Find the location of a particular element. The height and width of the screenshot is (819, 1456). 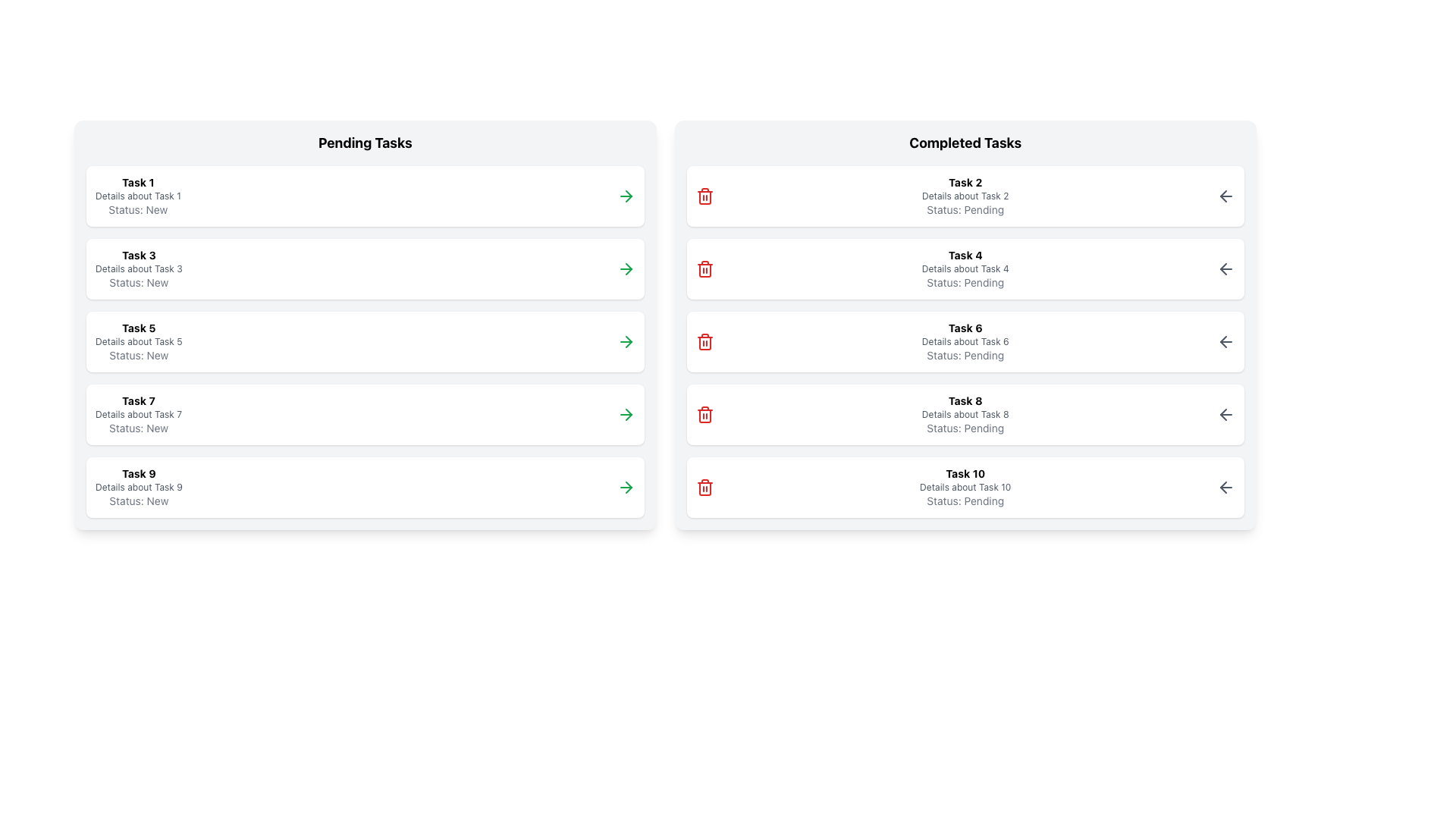

the delete button icon next to the task labeled 'Task 8' is located at coordinates (704, 415).